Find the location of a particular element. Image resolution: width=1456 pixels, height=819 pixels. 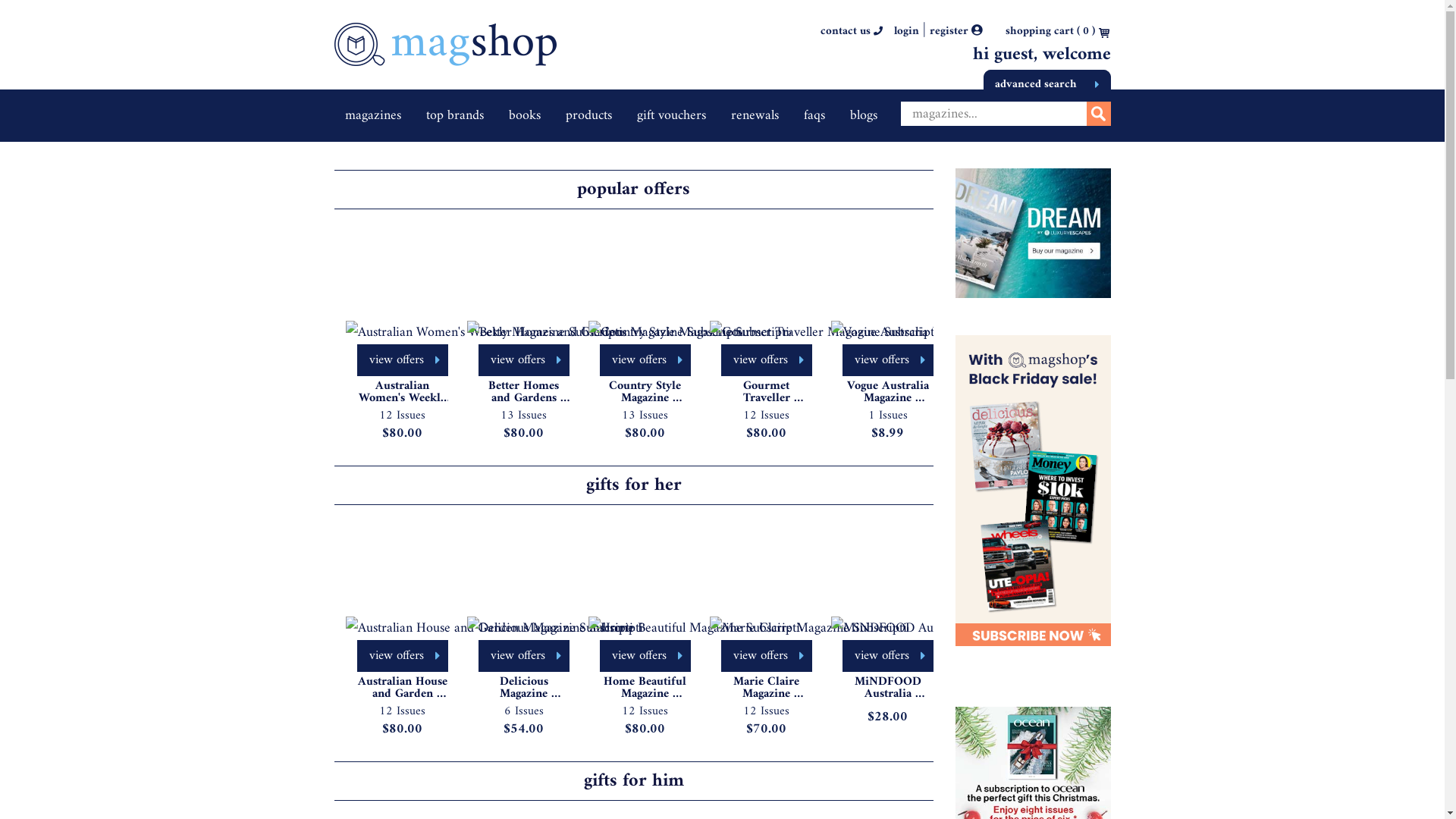

'contact us' is located at coordinates (819, 31).